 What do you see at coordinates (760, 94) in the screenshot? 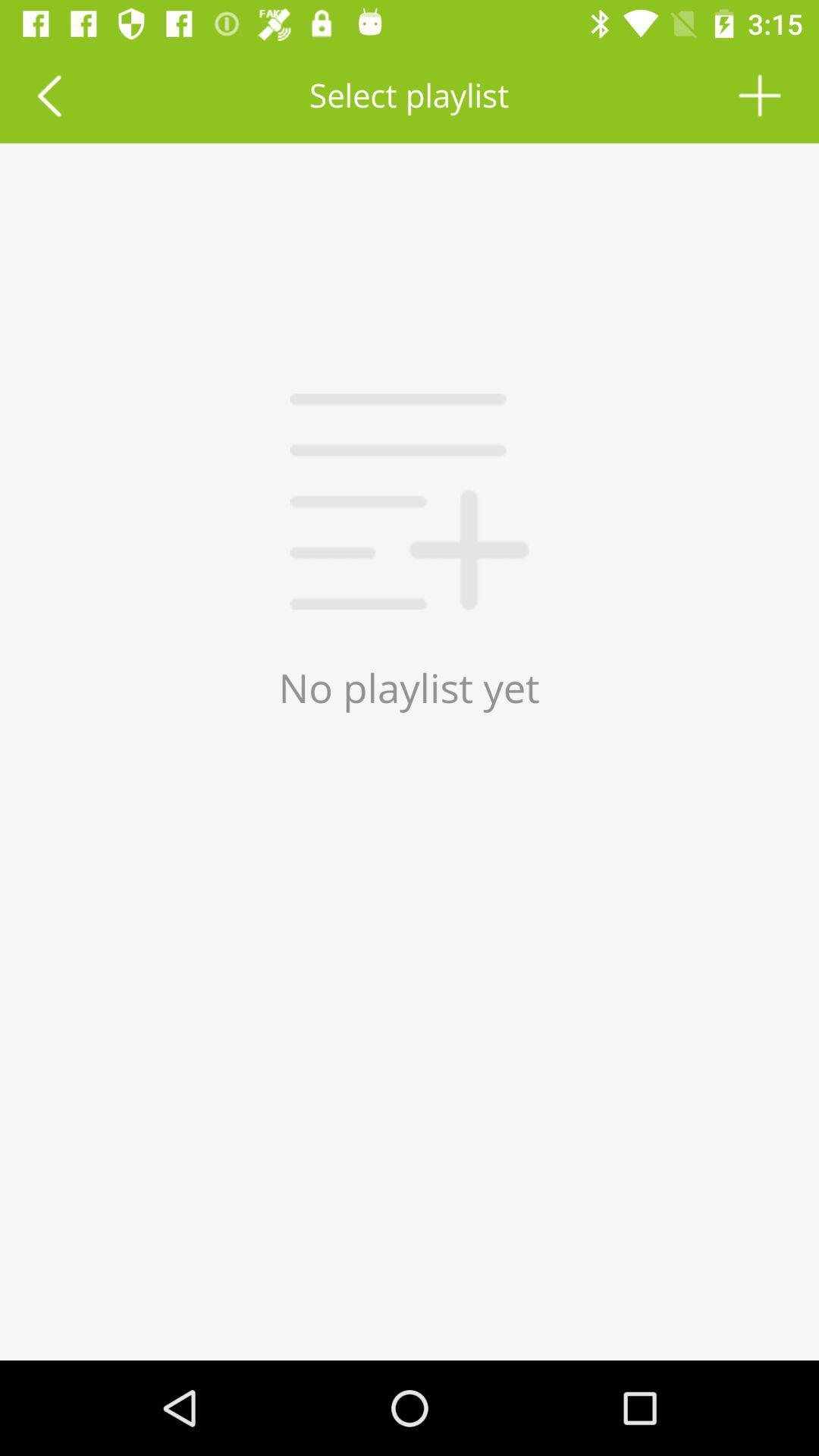
I see `playlist` at bounding box center [760, 94].